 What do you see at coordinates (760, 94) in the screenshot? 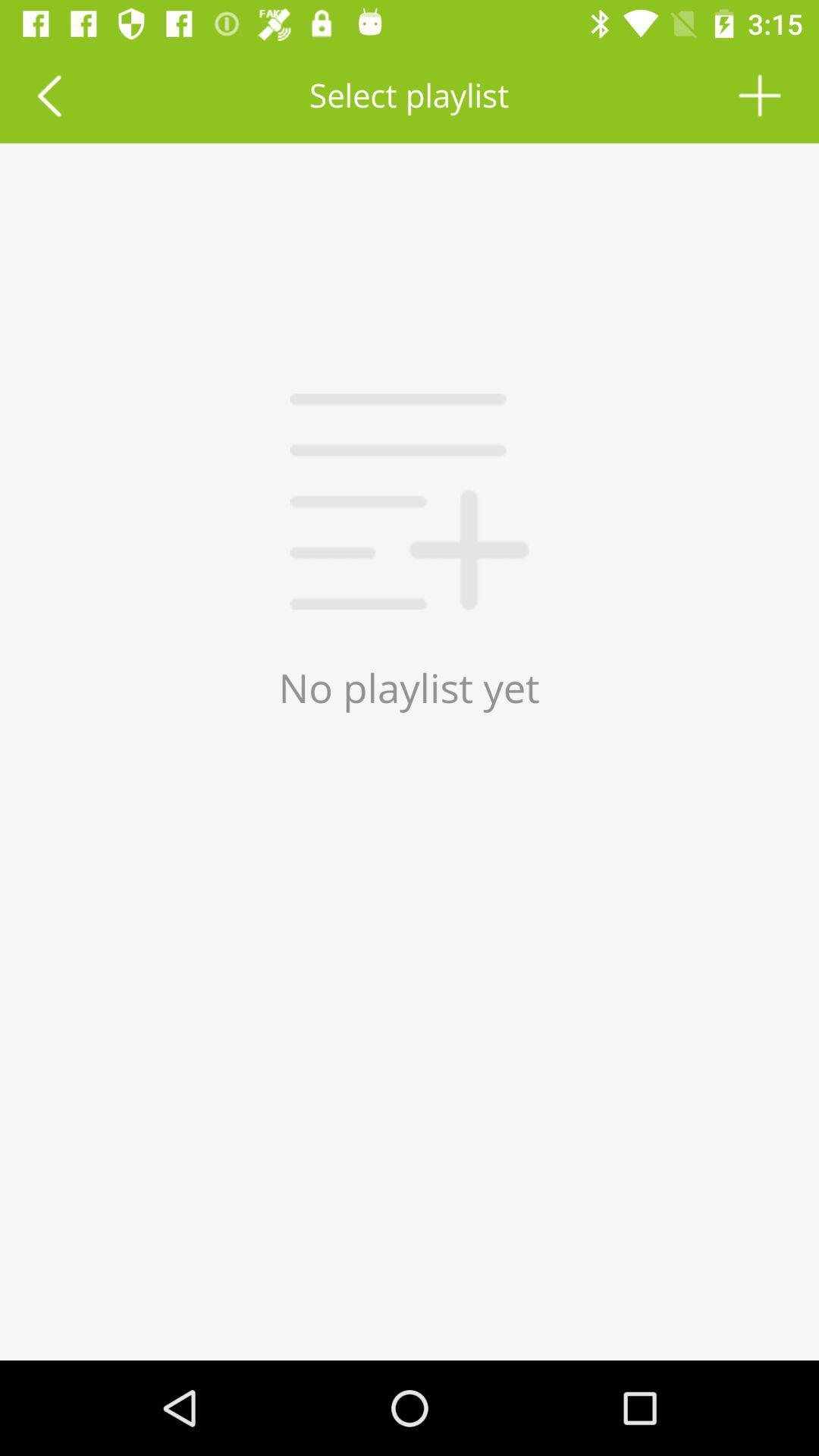
I see `playlist` at bounding box center [760, 94].